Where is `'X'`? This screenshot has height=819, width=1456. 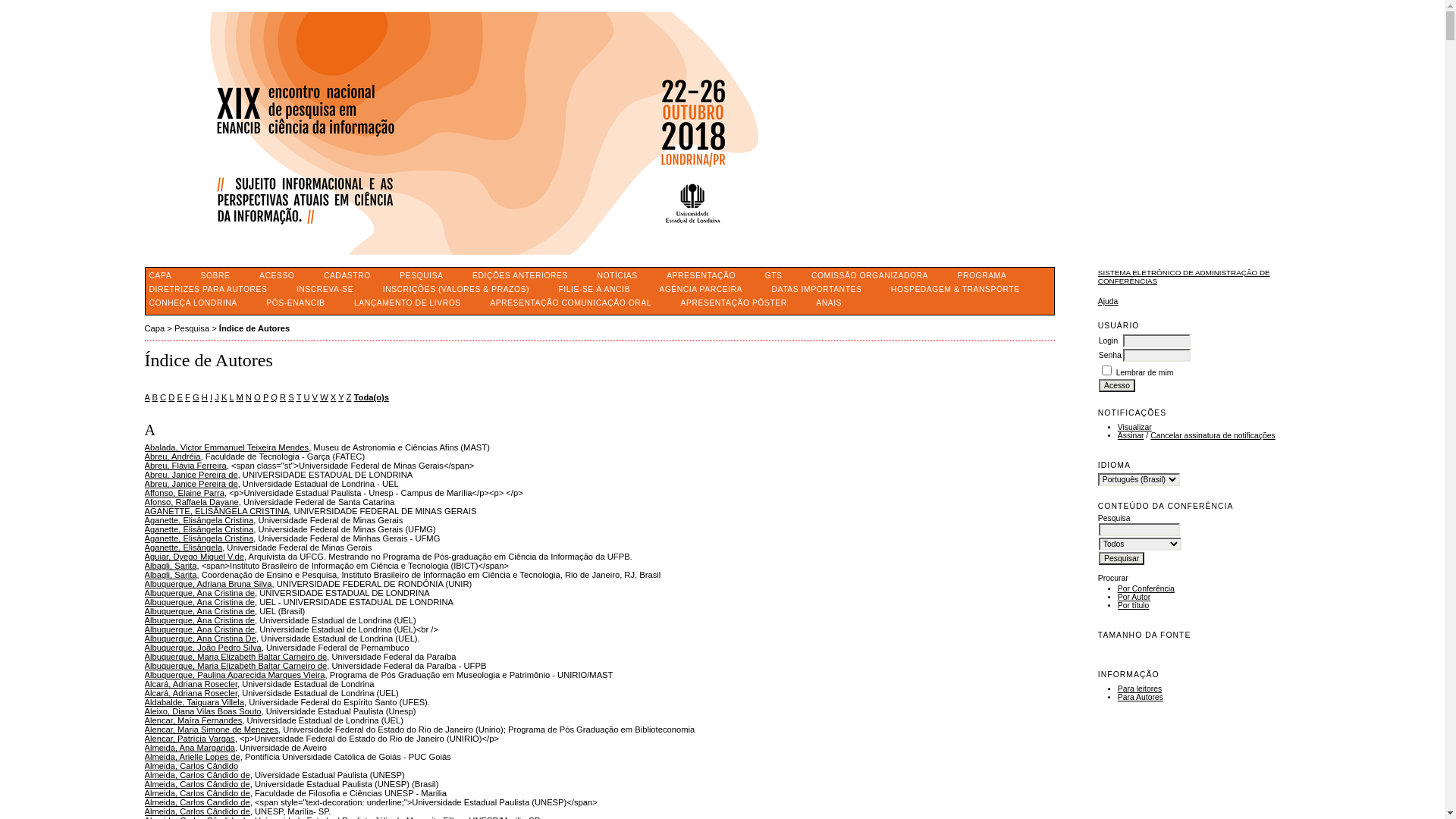 'X' is located at coordinates (332, 397).